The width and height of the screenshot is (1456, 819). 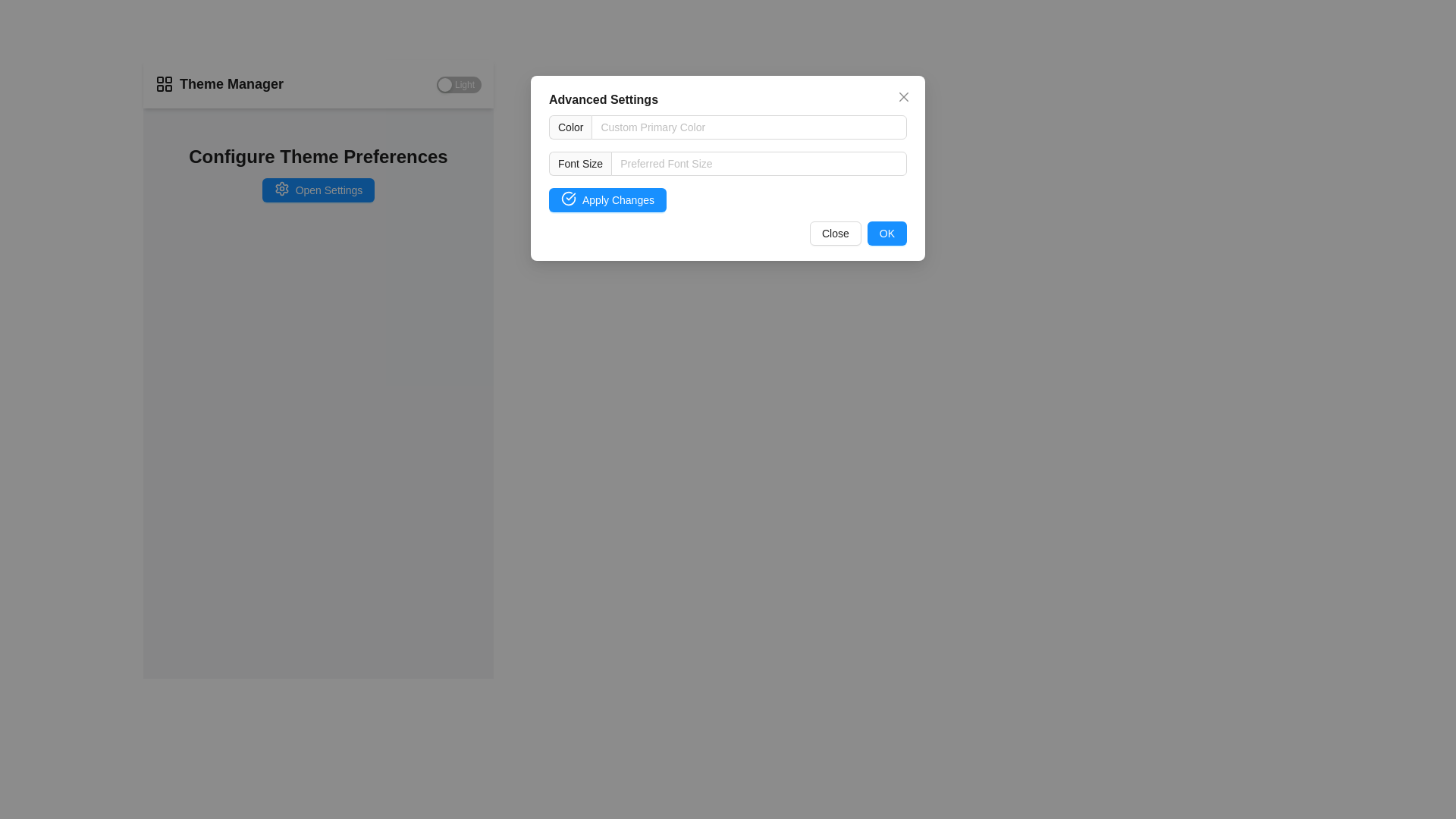 What do you see at coordinates (328, 189) in the screenshot?
I see `the button labeled 'Open Settings' which is styled with white text on a blue background, located to the right of a gear icon` at bounding box center [328, 189].